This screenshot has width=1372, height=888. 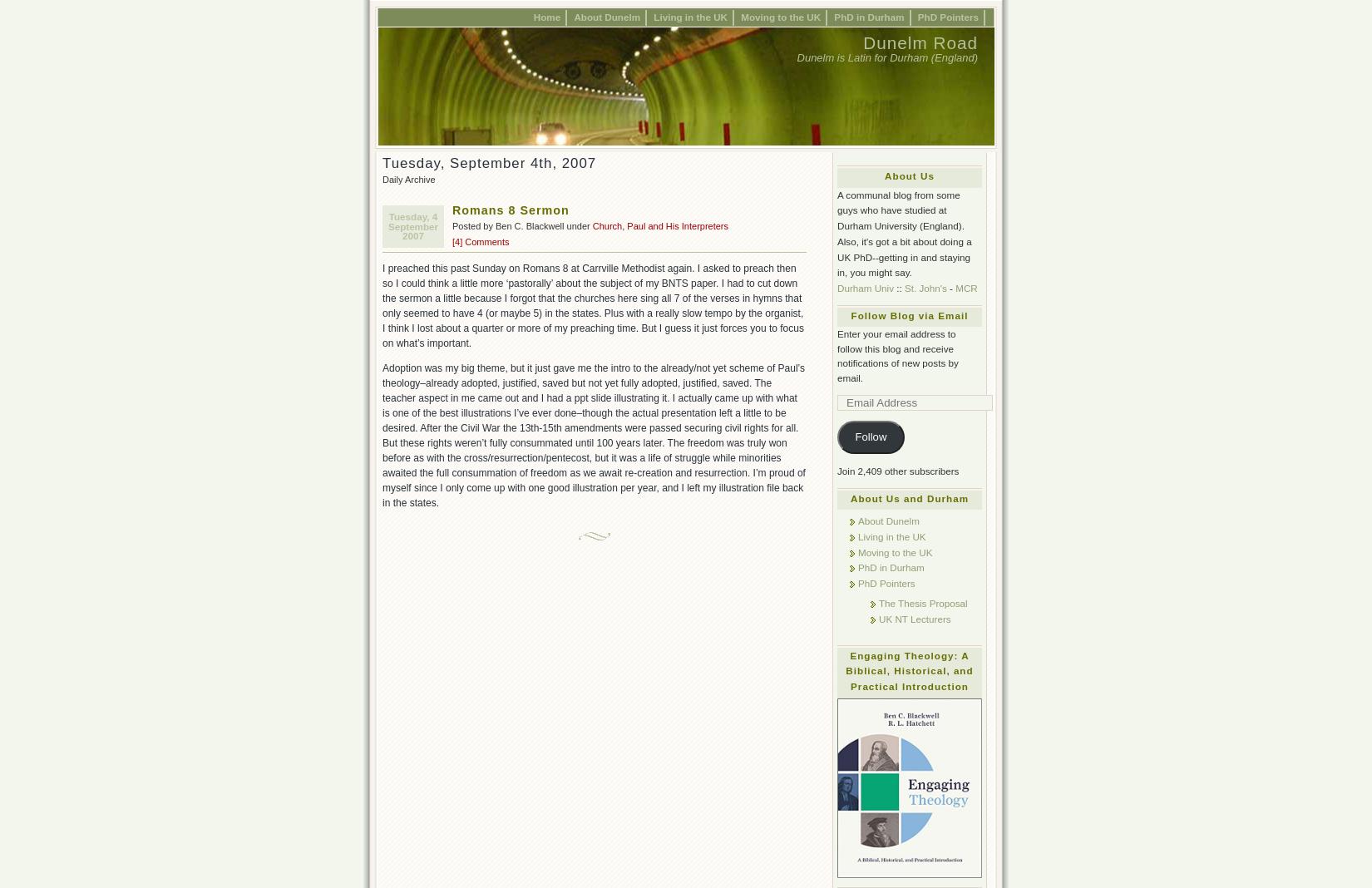 I want to click on '-', so click(x=950, y=287).